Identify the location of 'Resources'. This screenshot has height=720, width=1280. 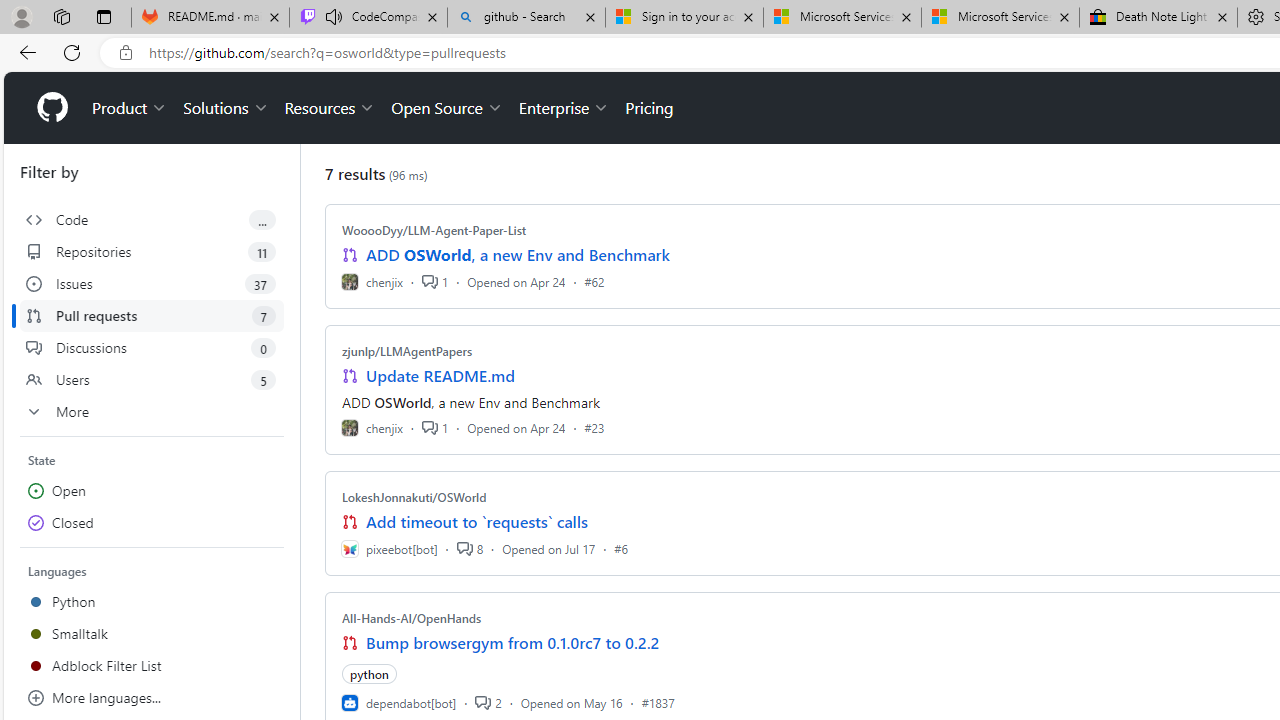
(330, 108).